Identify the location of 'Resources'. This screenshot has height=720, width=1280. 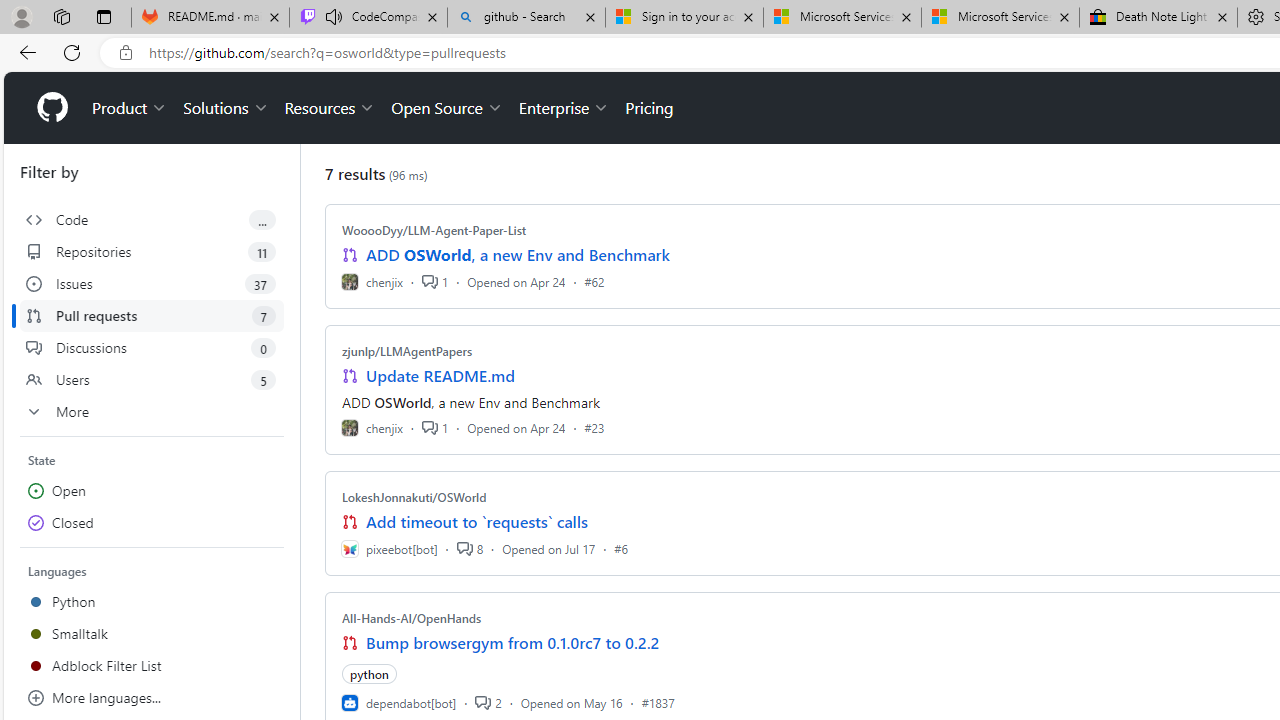
(330, 108).